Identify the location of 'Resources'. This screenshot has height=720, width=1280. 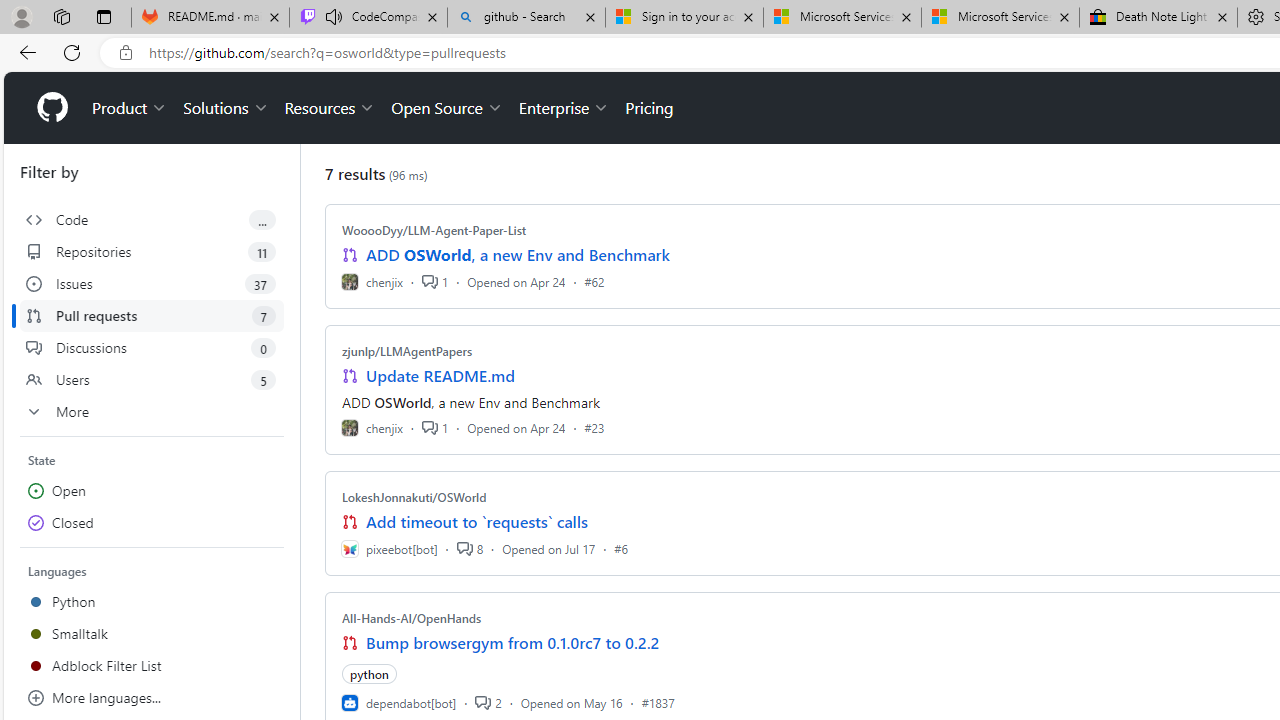
(330, 108).